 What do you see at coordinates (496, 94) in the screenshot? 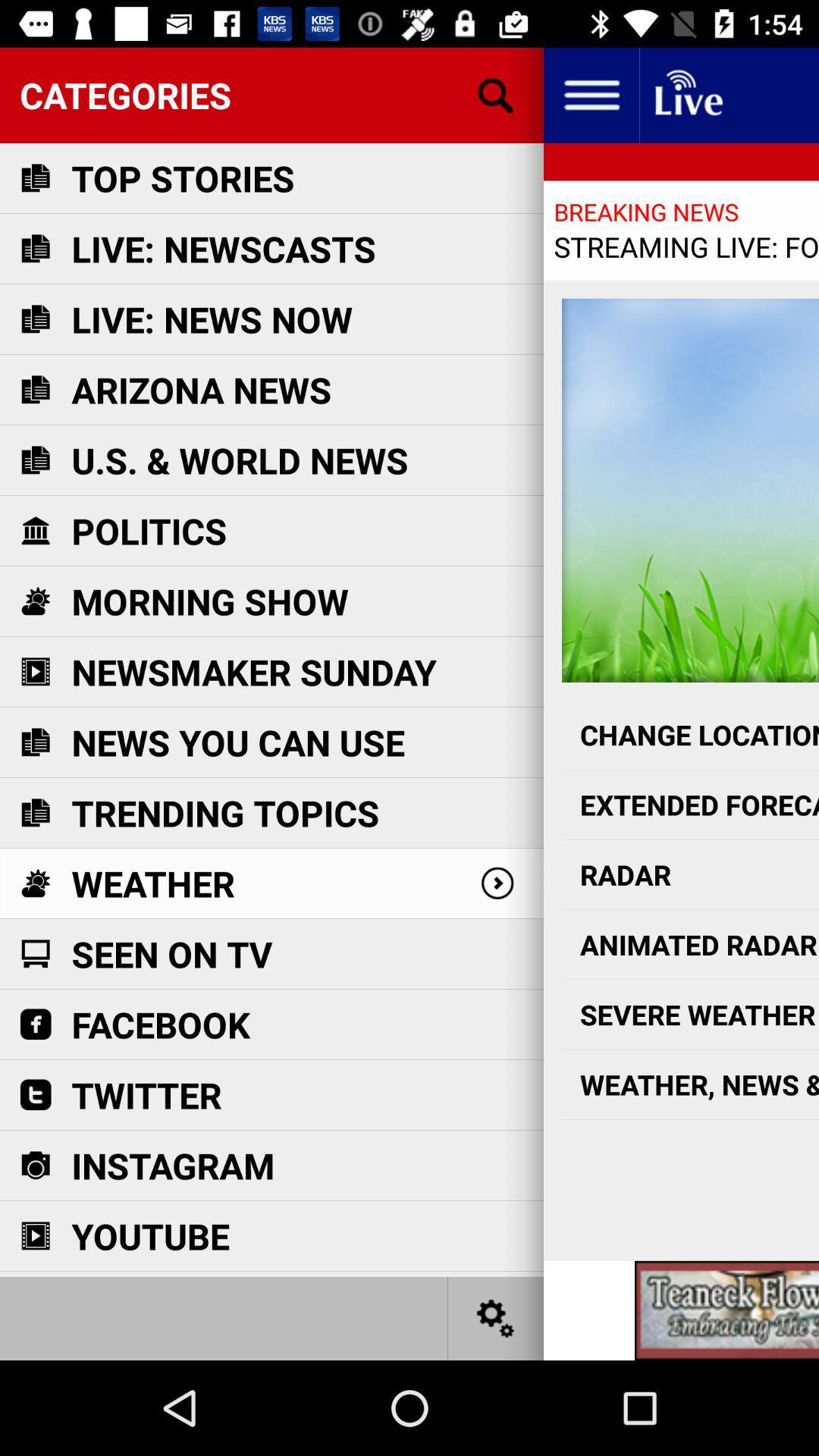
I see `the search icon` at bounding box center [496, 94].